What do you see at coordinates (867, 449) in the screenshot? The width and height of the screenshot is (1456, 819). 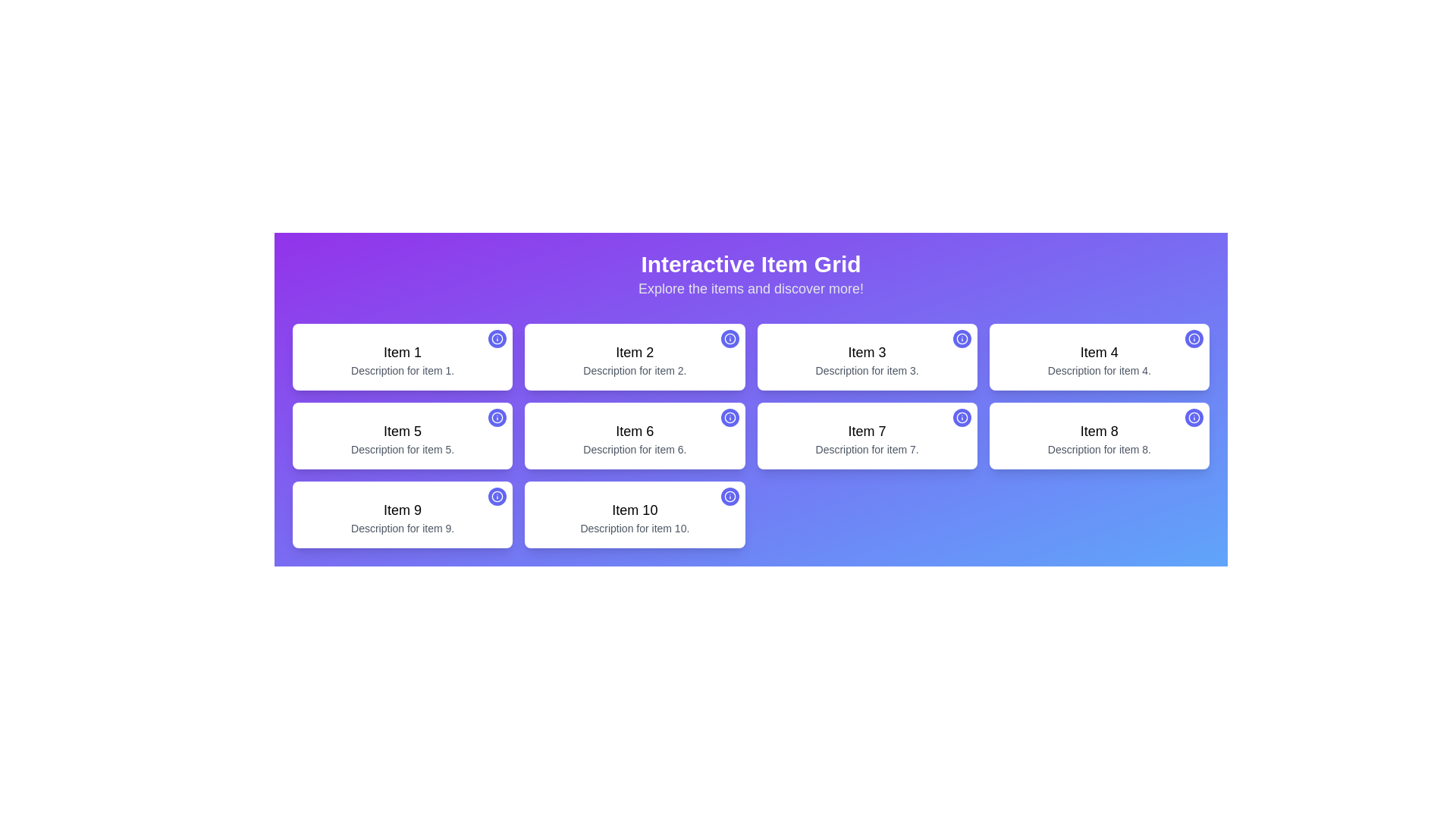 I see `displayed text of the Text Label located beneath the title 'Item 7' in the second row and third column of the grid layout` at bounding box center [867, 449].